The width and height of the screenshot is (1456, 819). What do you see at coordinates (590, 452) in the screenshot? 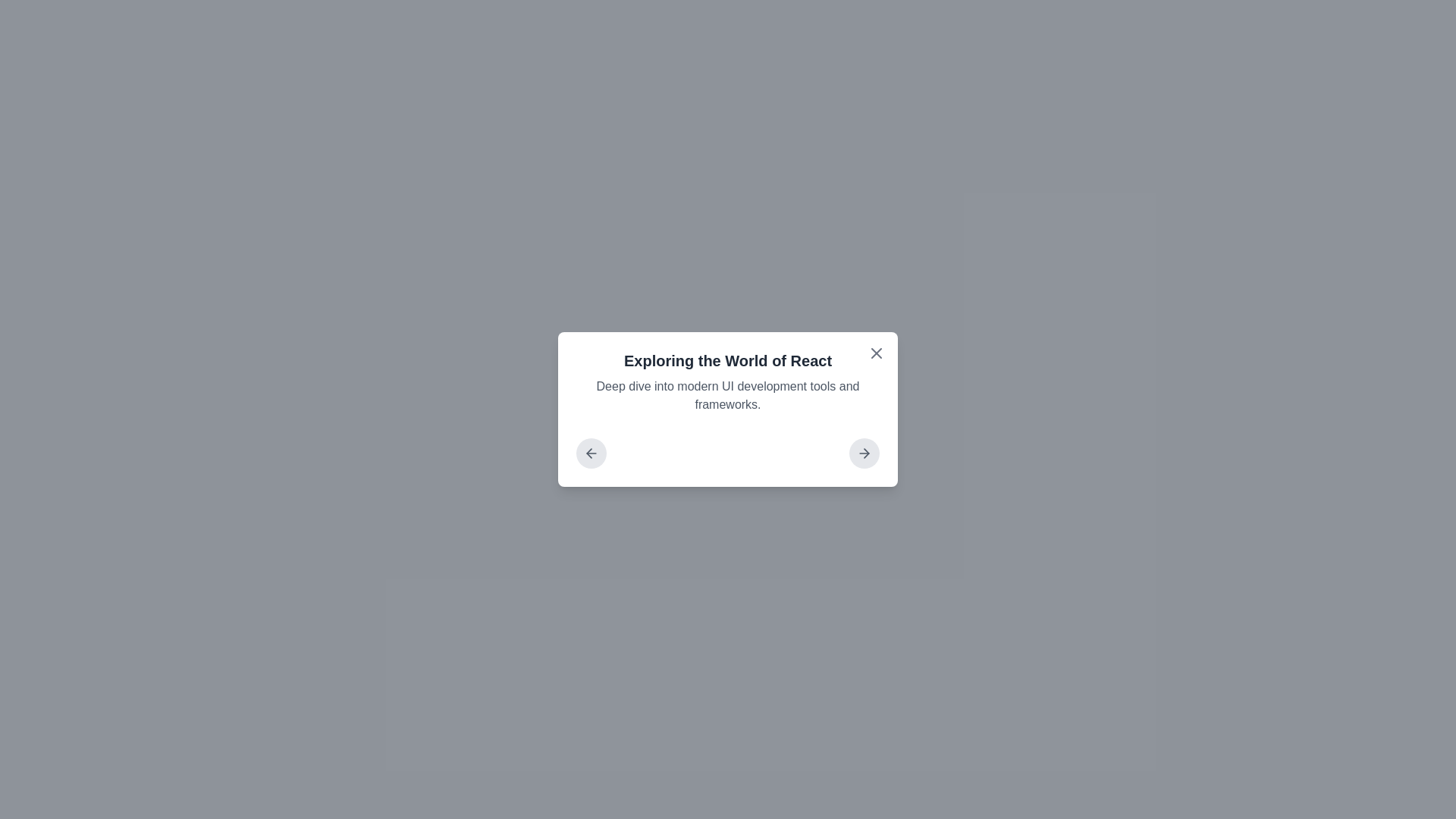
I see `the back navigation icon located in the top-left corner of the circular button at the bottom-left area of the modal dialogue titled 'Exploring the World of React'` at bounding box center [590, 452].